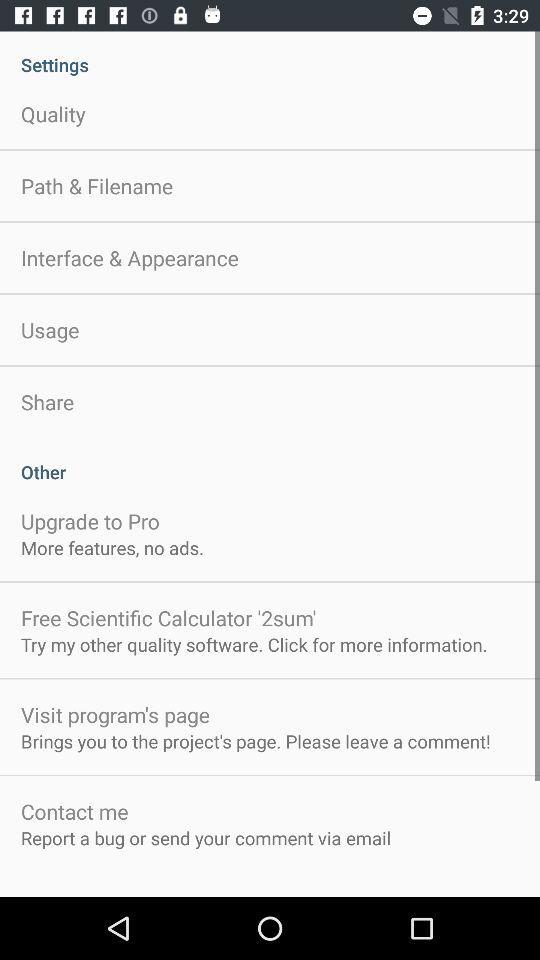 This screenshot has width=540, height=960. What do you see at coordinates (167, 617) in the screenshot?
I see `the item above the try my other item` at bounding box center [167, 617].